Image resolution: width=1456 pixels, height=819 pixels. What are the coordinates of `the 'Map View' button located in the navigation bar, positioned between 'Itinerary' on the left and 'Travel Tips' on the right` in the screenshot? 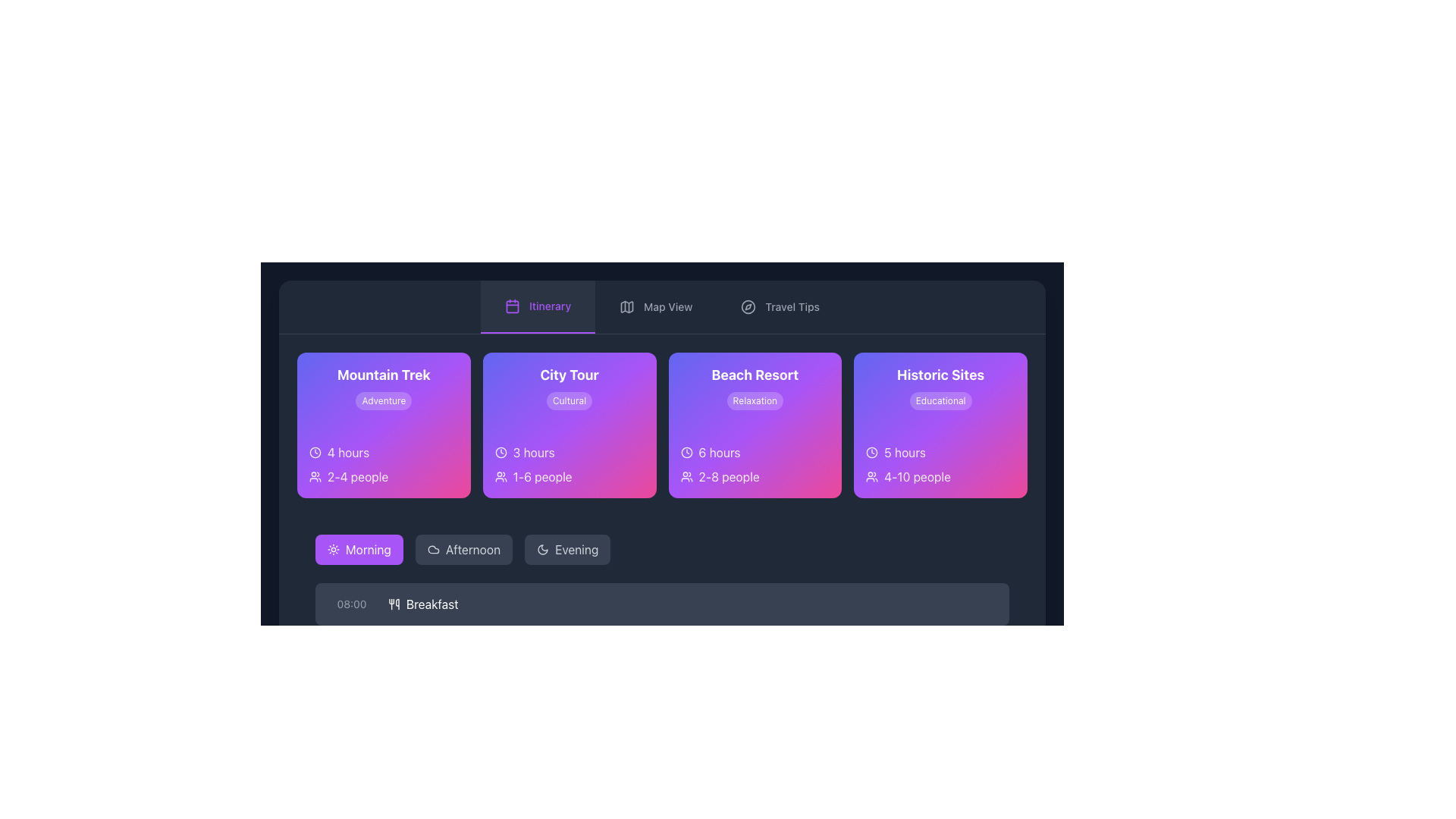 It's located at (656, 307).